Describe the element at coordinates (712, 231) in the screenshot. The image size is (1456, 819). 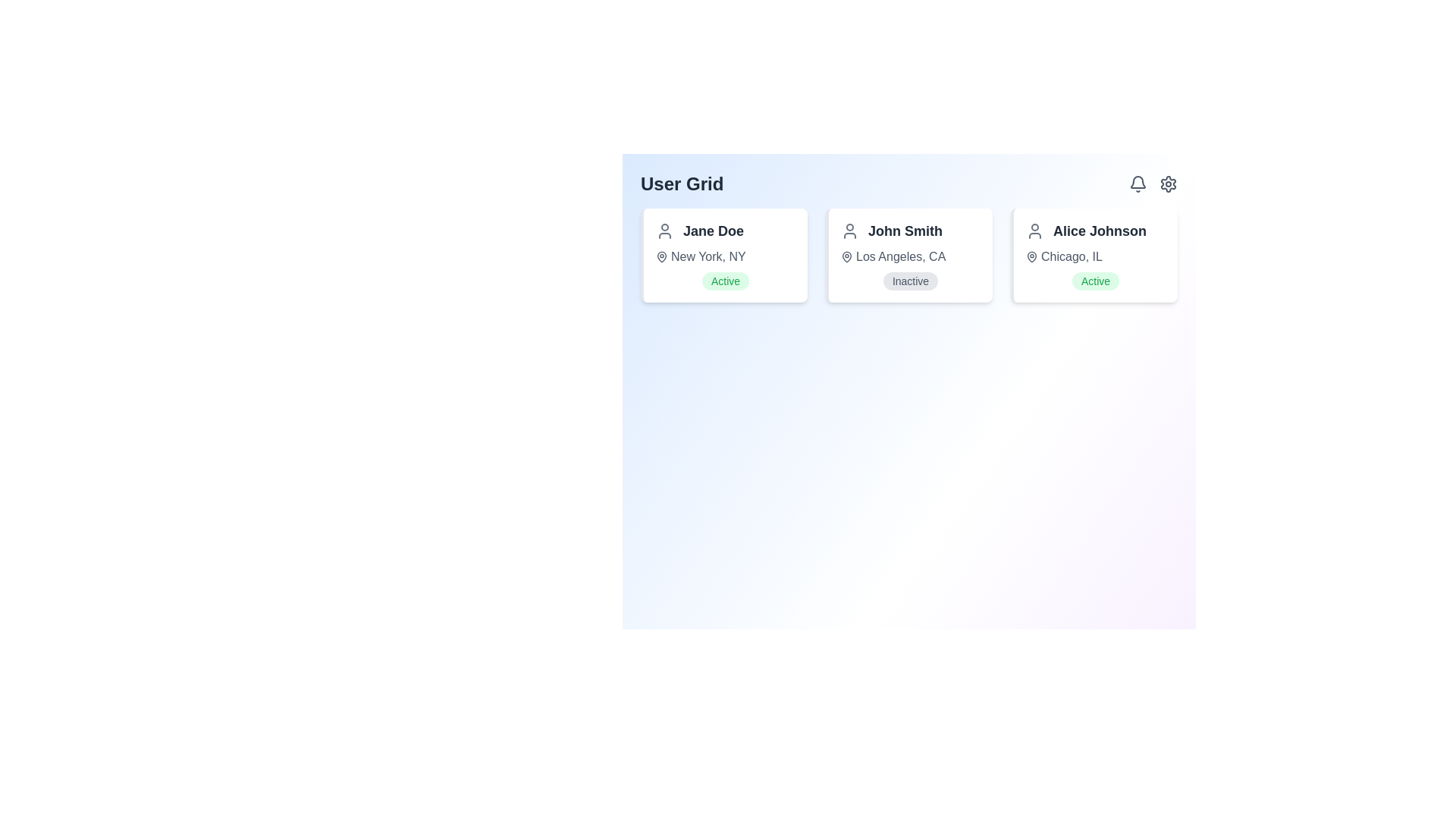
I see `the text label displaying 'Jane Doe' in bold, large-sized dark gray font, positioned at the top-center of the first card in the user grid` at that location.